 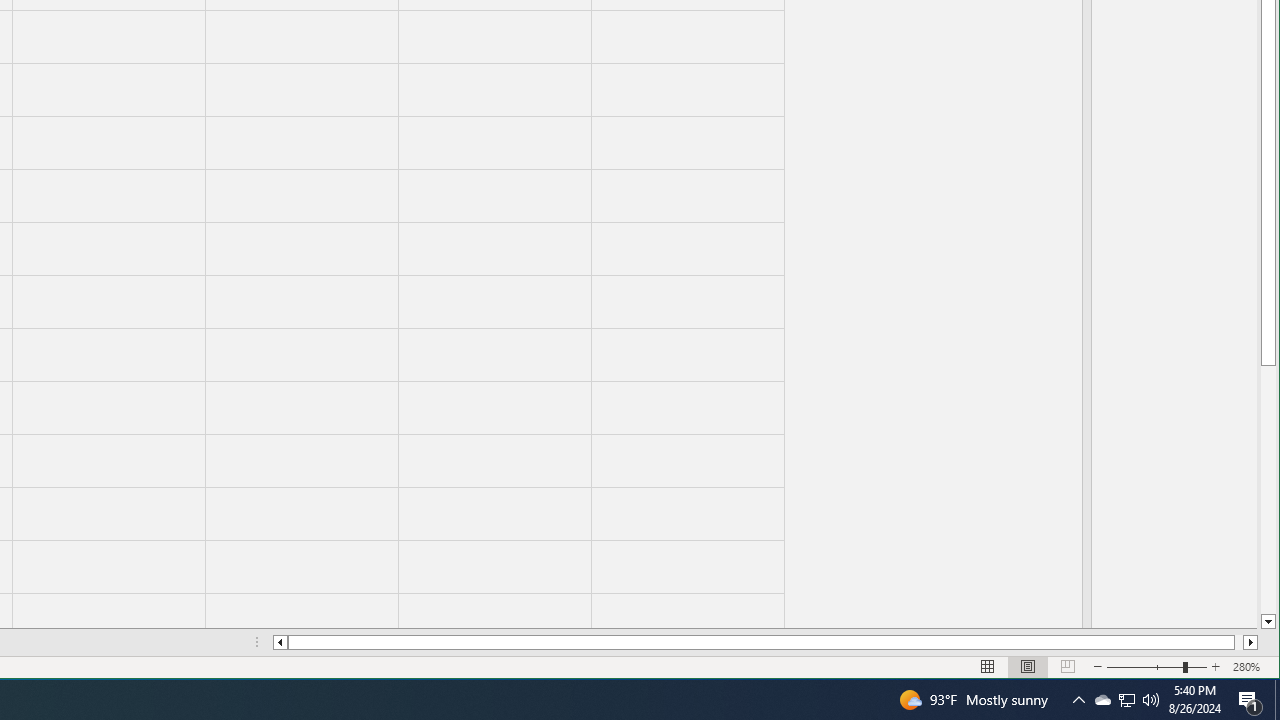 I want to click on 'Normal', so click(x=988, y=667).